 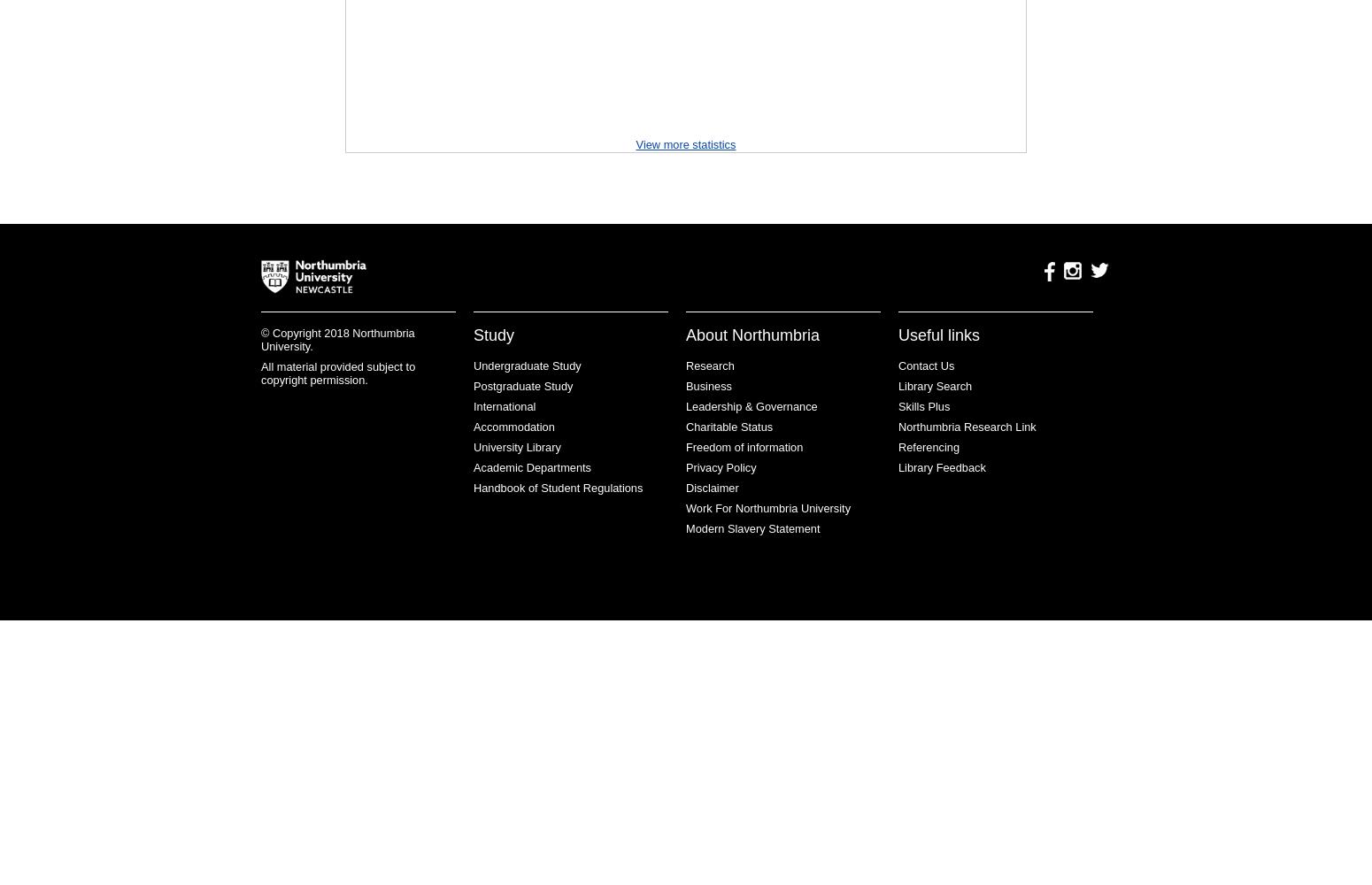 What do you see at coordinates (752, 335) in the screenshot?
I see `'About Northumbria'` at bounding box center [752, 335].